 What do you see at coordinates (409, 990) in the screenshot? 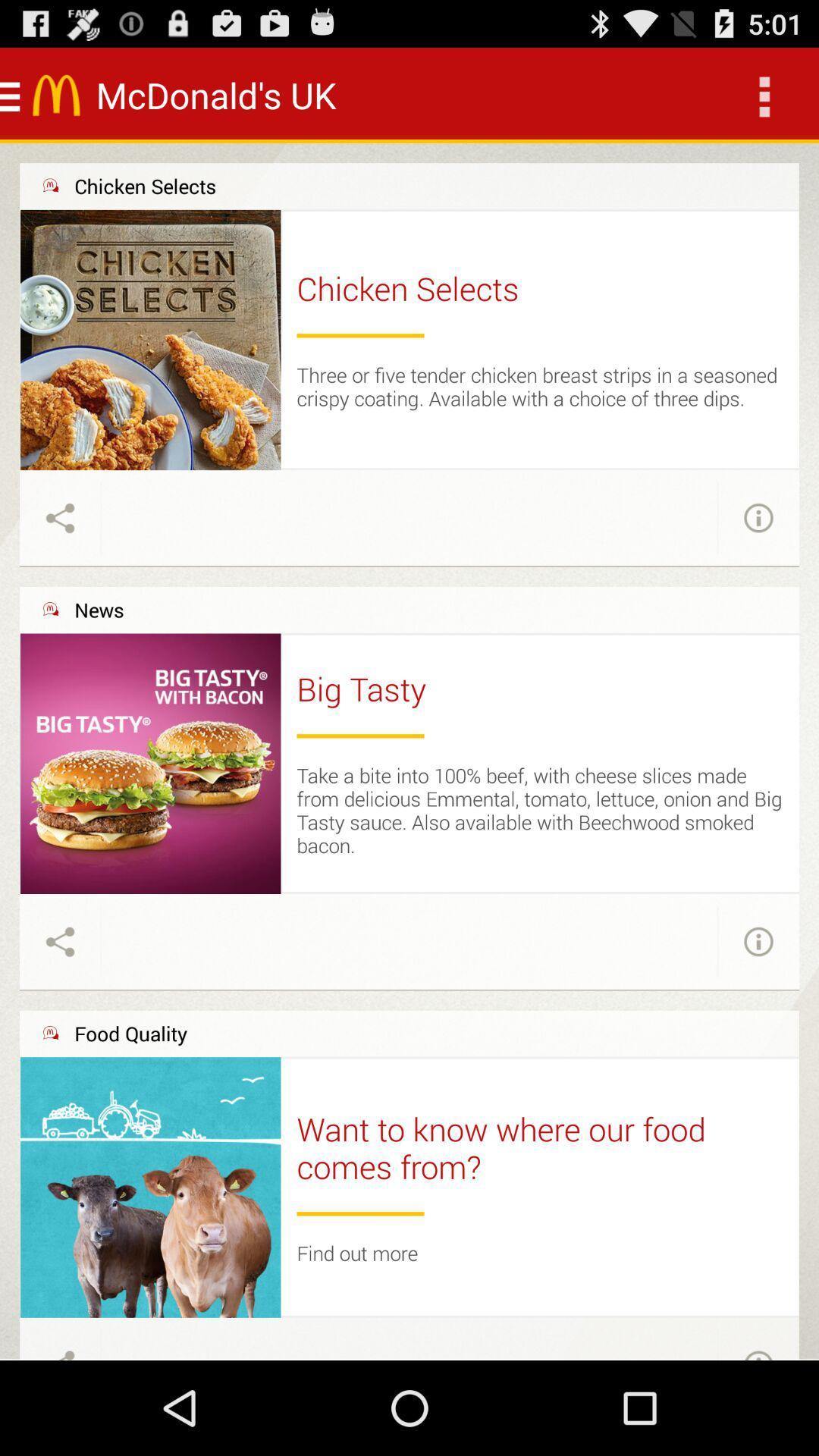
I see `the icon above the food quality icon` at bounding box center [409, 990].